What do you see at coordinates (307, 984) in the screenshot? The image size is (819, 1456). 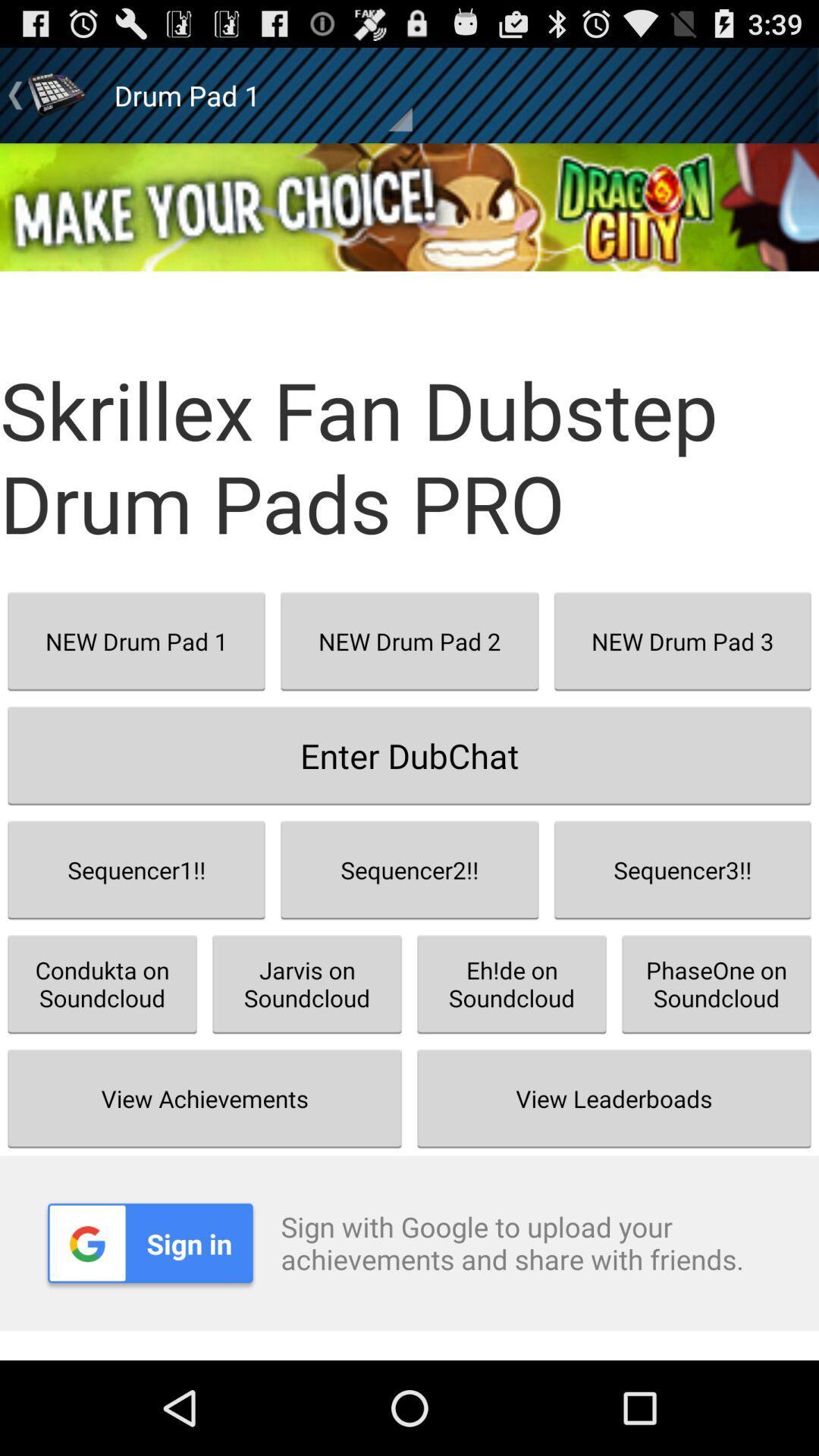 I see `the item to the left of the eh de on` at bounding box center [307, 984].